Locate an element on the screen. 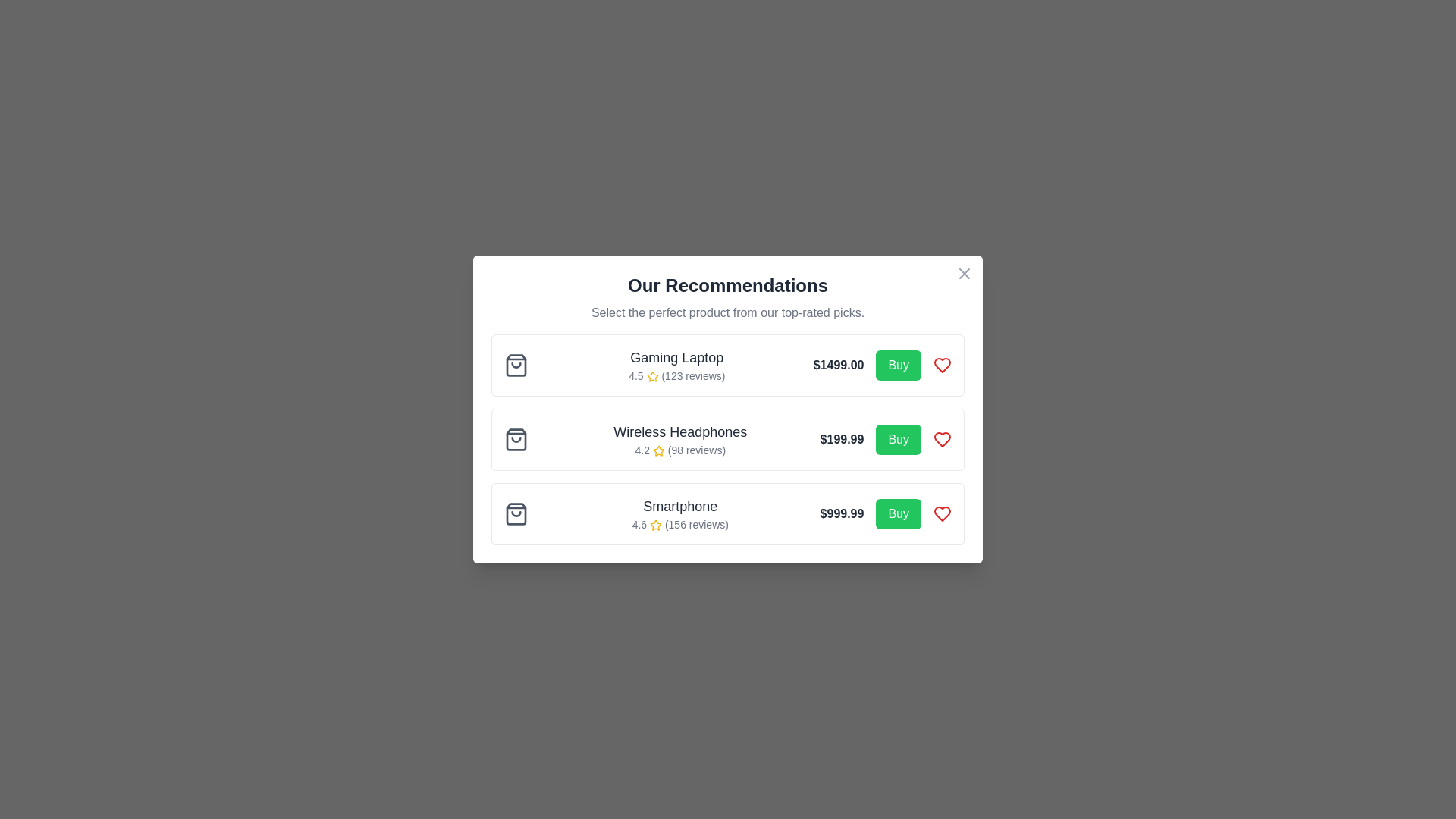 This screenshot has width=1456, height=819. the circular 'X' button located at the top-right corner of the modal window titled 'Our Recommendations' is located at coordinates (964, 274).